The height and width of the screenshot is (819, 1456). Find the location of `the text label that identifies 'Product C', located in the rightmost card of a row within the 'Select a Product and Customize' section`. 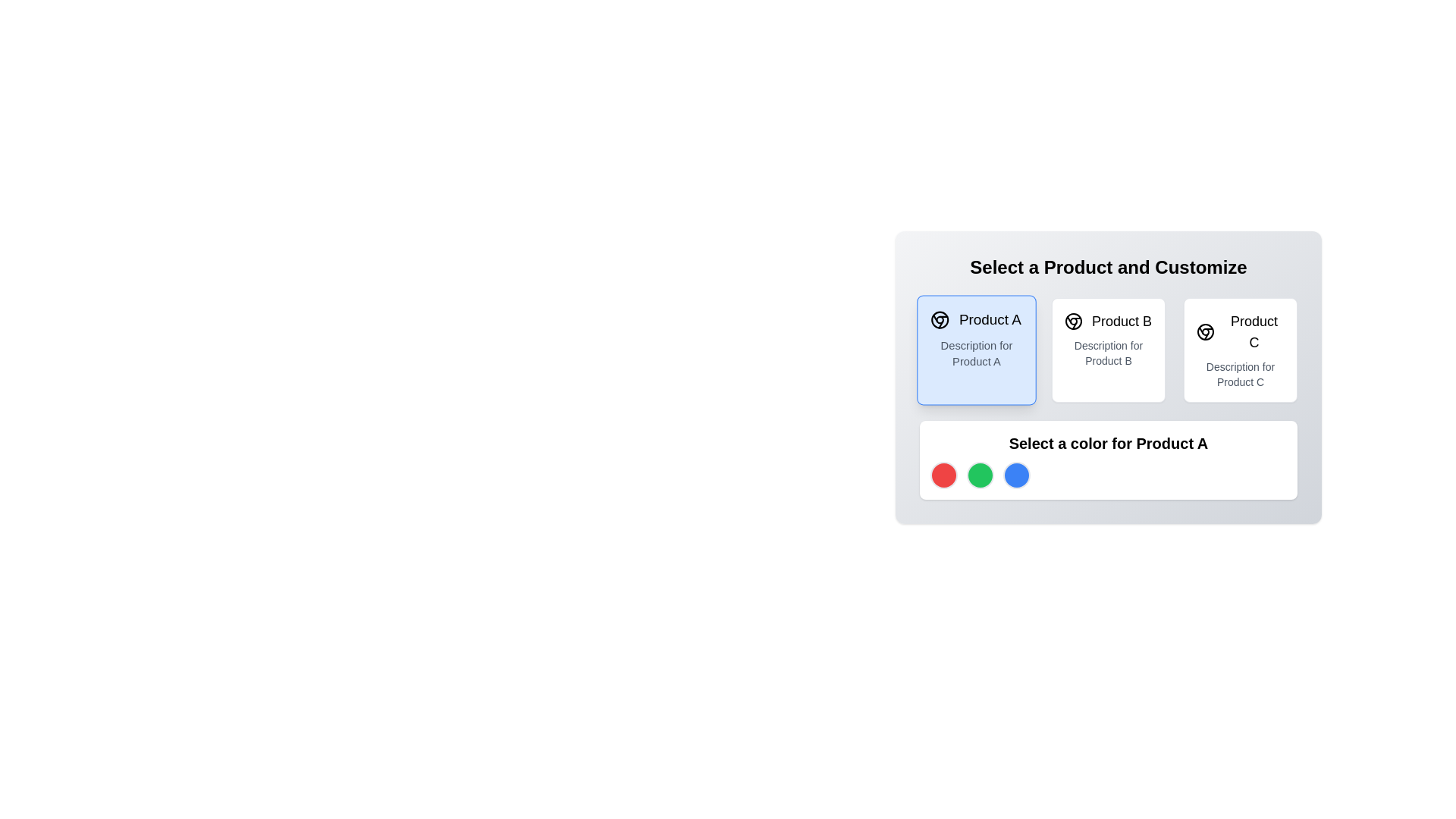

the text label that identifies 'Product C', located in the rightmost card of a row within the 'Select a Product and Customize' section is located at coordinates (1241, 331).